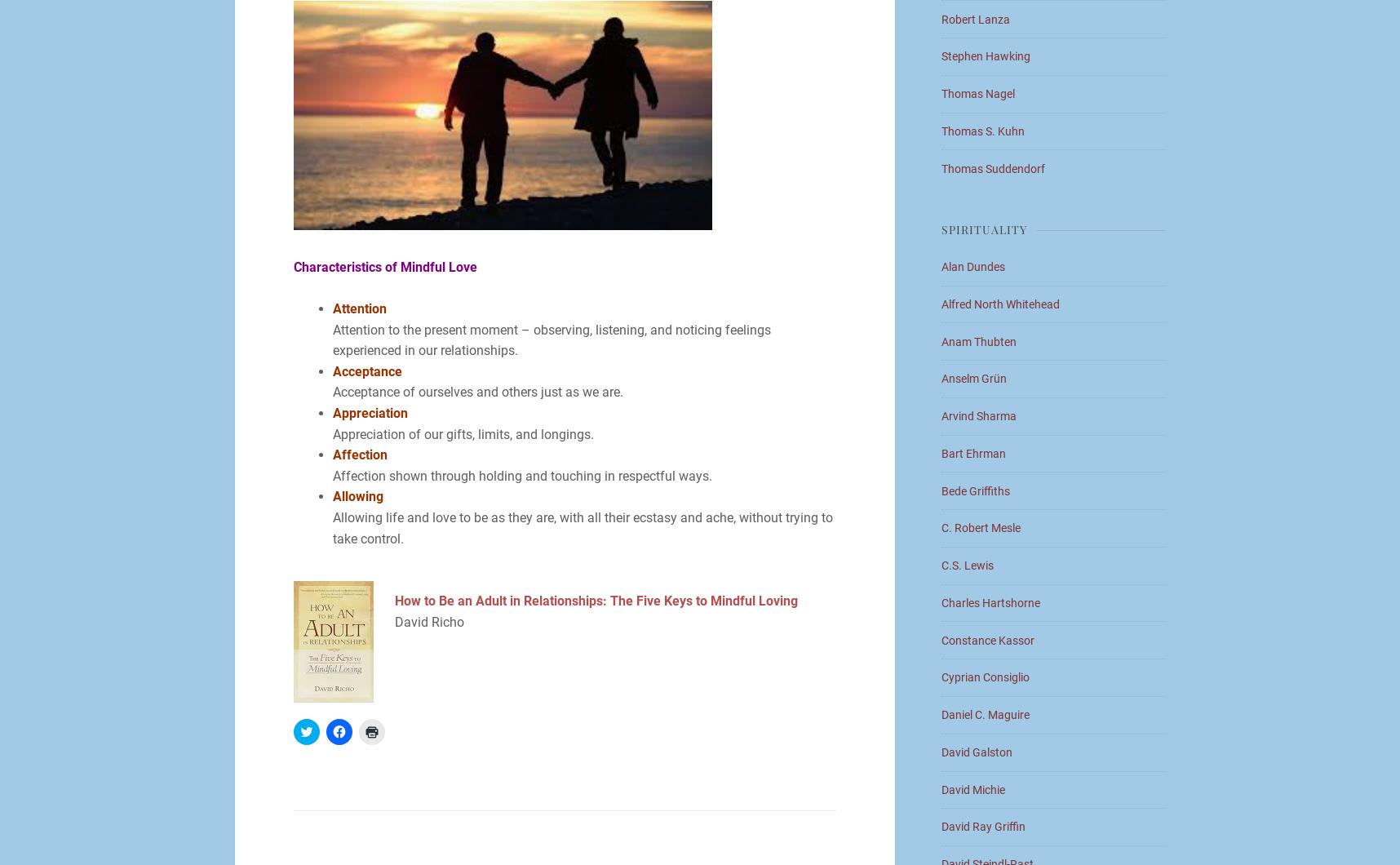 The height and width of the screenshot is (865, 1400). Describe the element at coordinates (967, 565) in the screenshot. I see `'C.S. Lewis'` at that location.